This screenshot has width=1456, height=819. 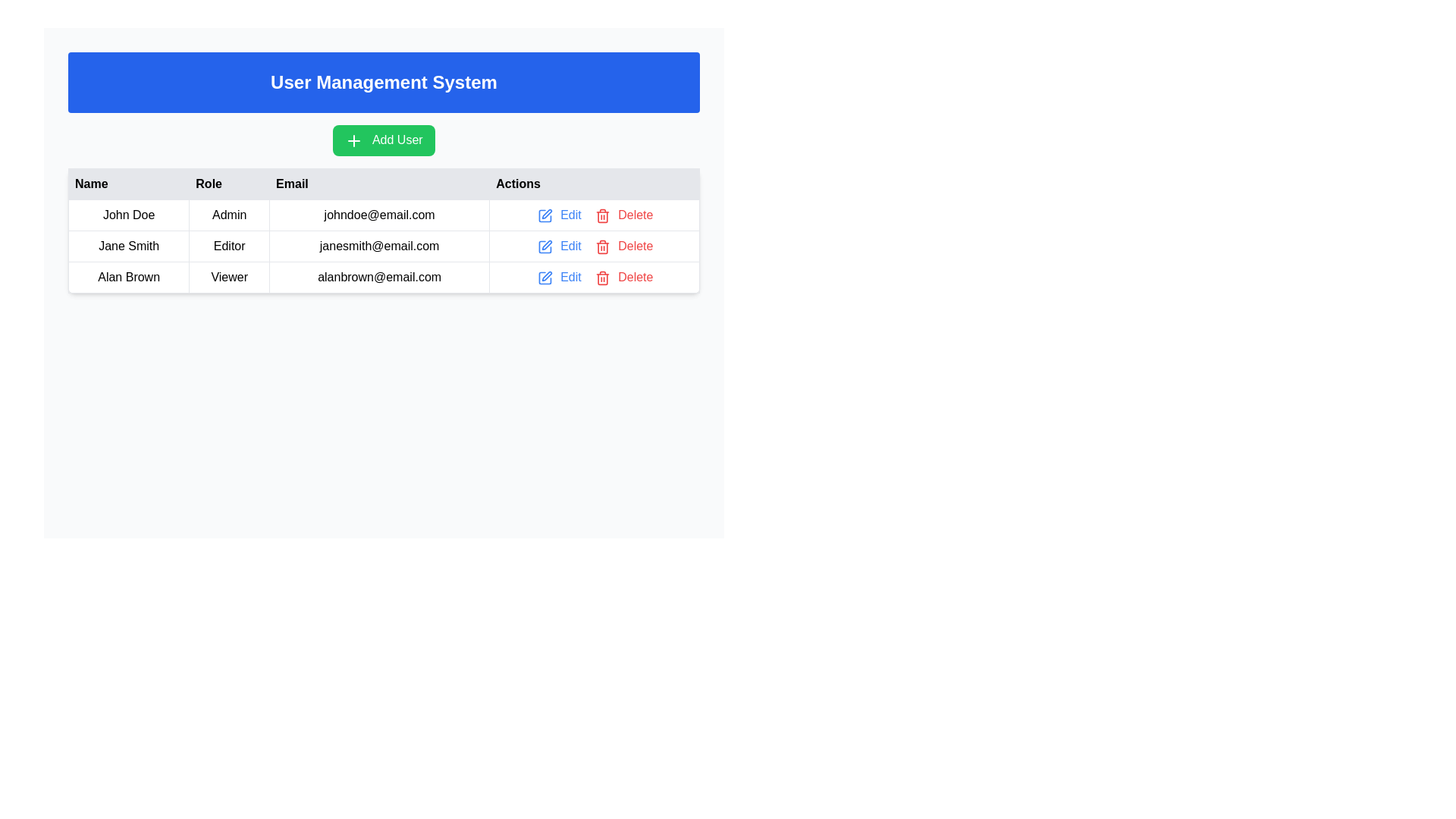 What do you see at coordinates (557, 215) in the screenshot?
I see `the interactive link styled as a button for editing the information of 'John Doe', located in the 'Actions' column of the first row in the data table` at bounding box center [557, 215].